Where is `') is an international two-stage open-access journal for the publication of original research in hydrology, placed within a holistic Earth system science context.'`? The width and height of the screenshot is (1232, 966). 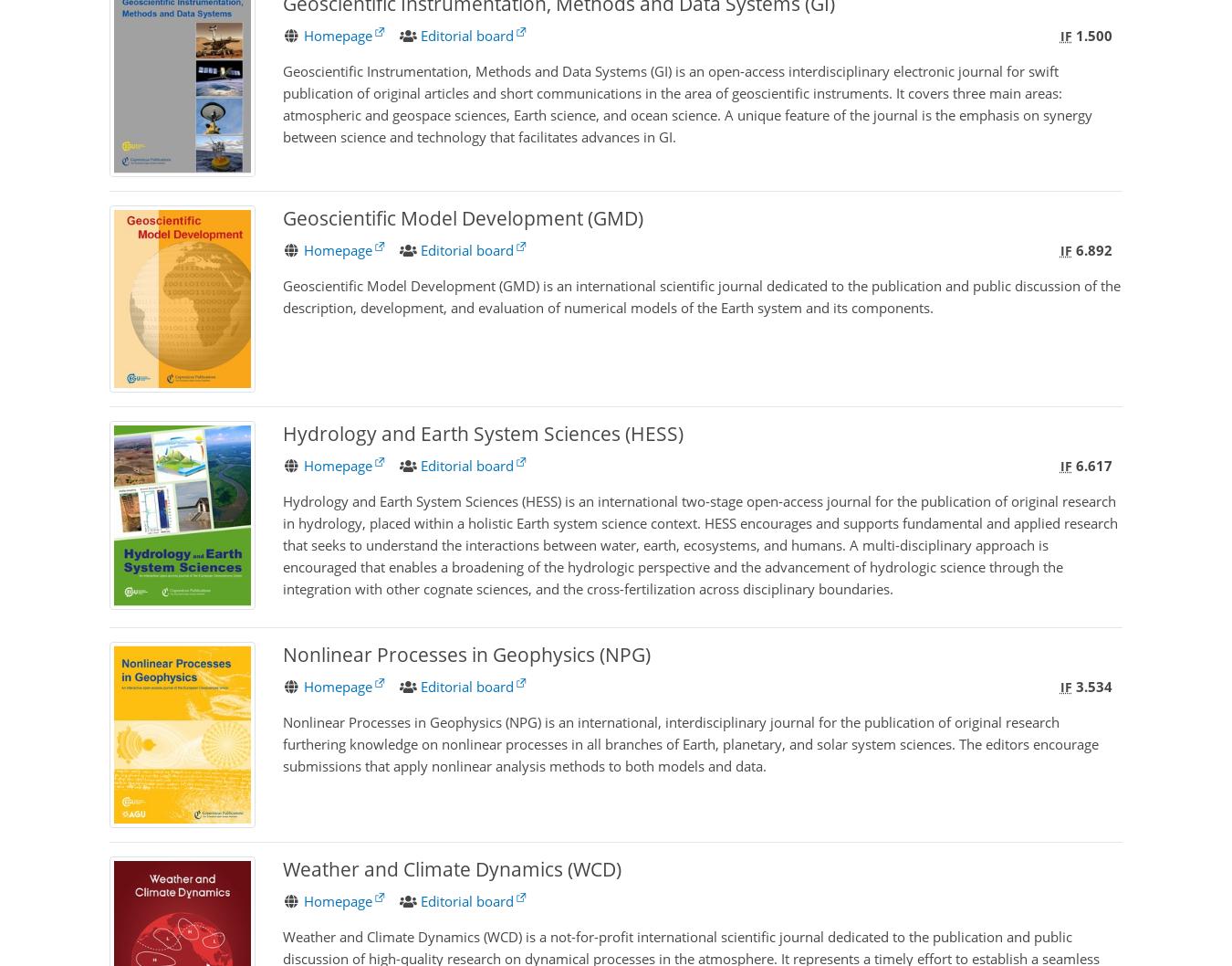 ') is an international two-stage open-access journal for the publication of original research in hydrology, placed within a holistic Earth system science context.' is located at coordinates (698, 510).